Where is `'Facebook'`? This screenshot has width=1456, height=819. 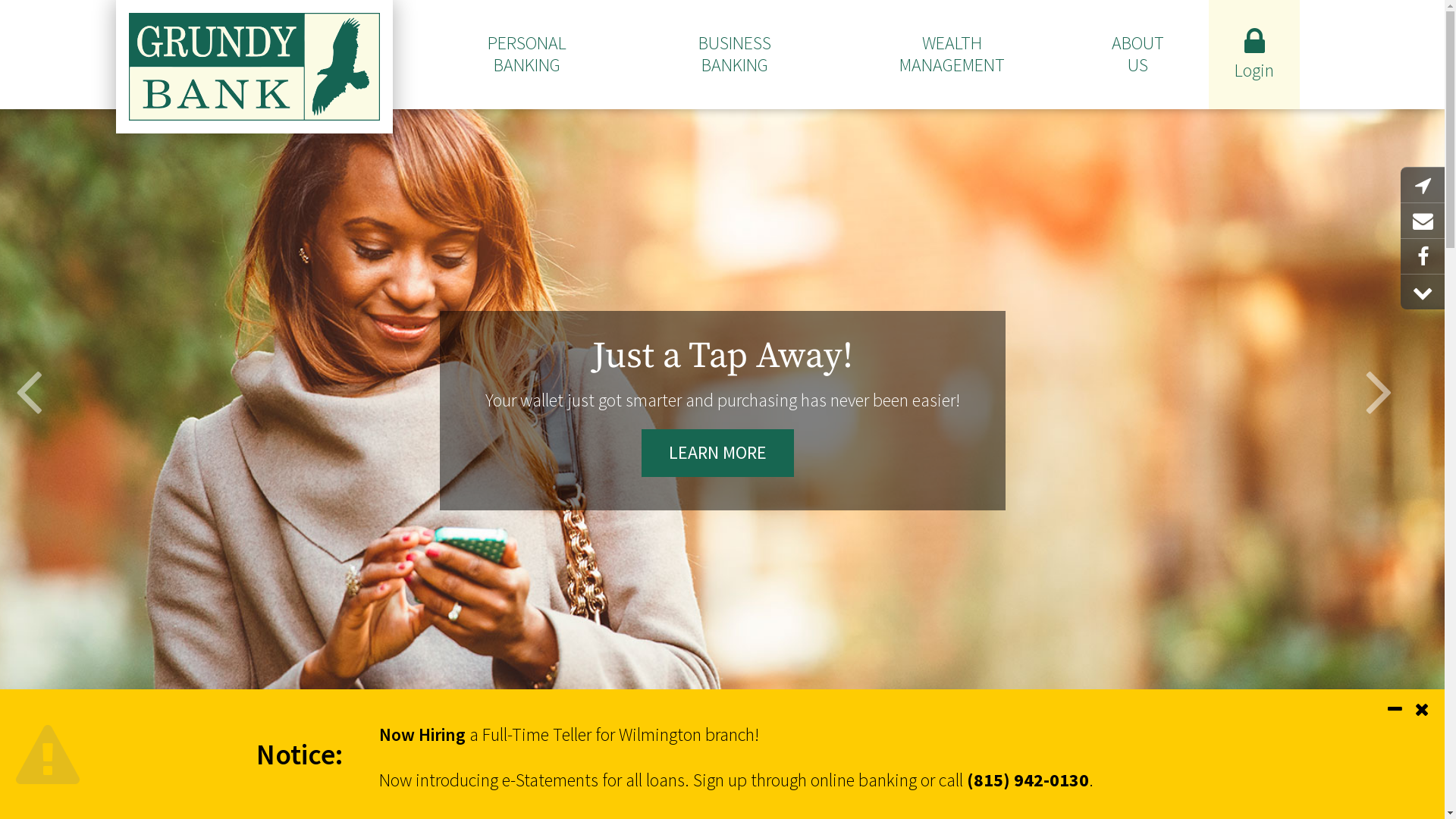 'Facebook' is located at coordinates (1422, 256).